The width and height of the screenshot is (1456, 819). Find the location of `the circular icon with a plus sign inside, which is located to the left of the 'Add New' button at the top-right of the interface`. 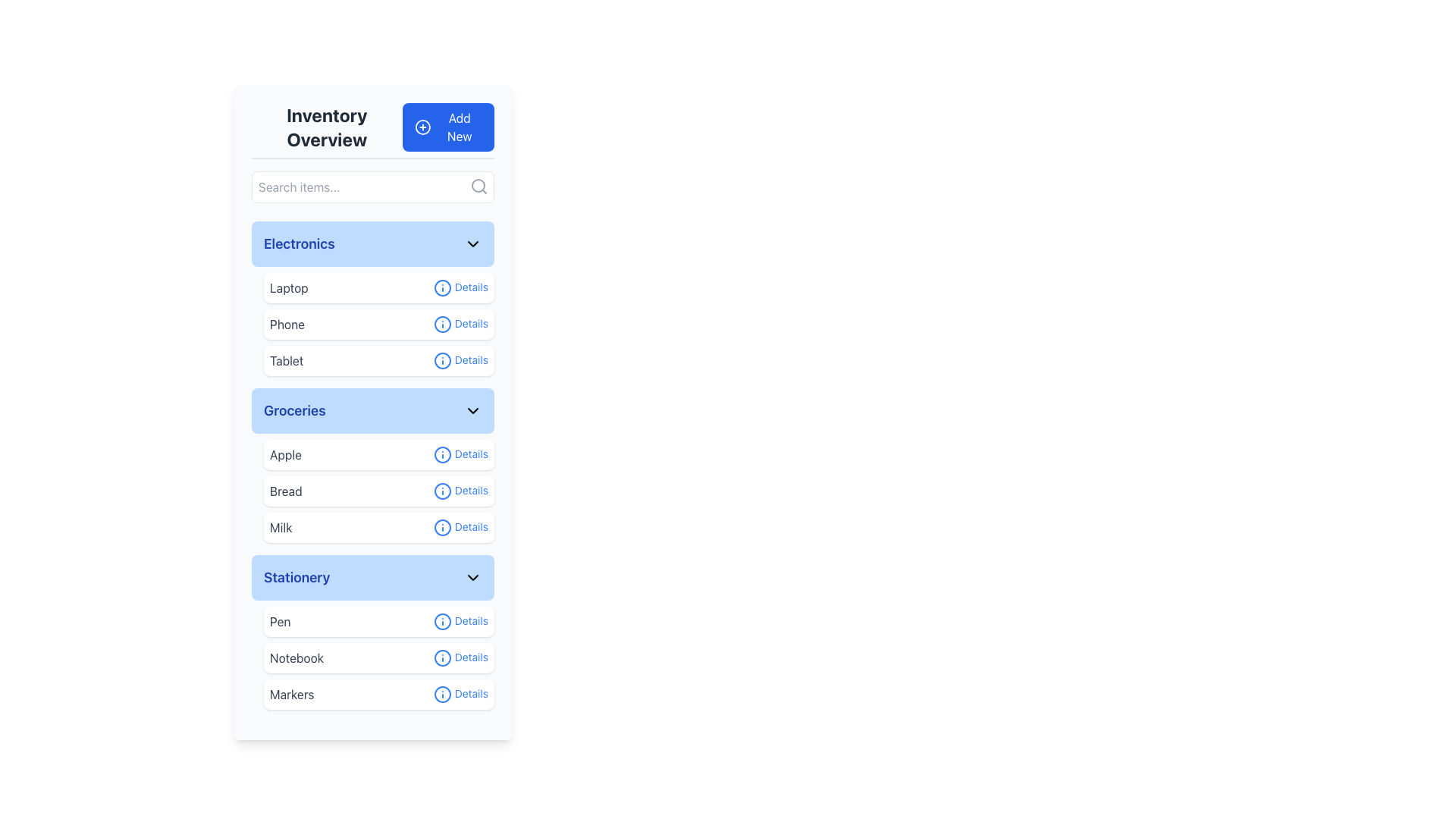

the circular icon with a plus sign inside, which is located to the left of the 'Add New' button at the top-right of the interface is located at coordinates (422, 127).